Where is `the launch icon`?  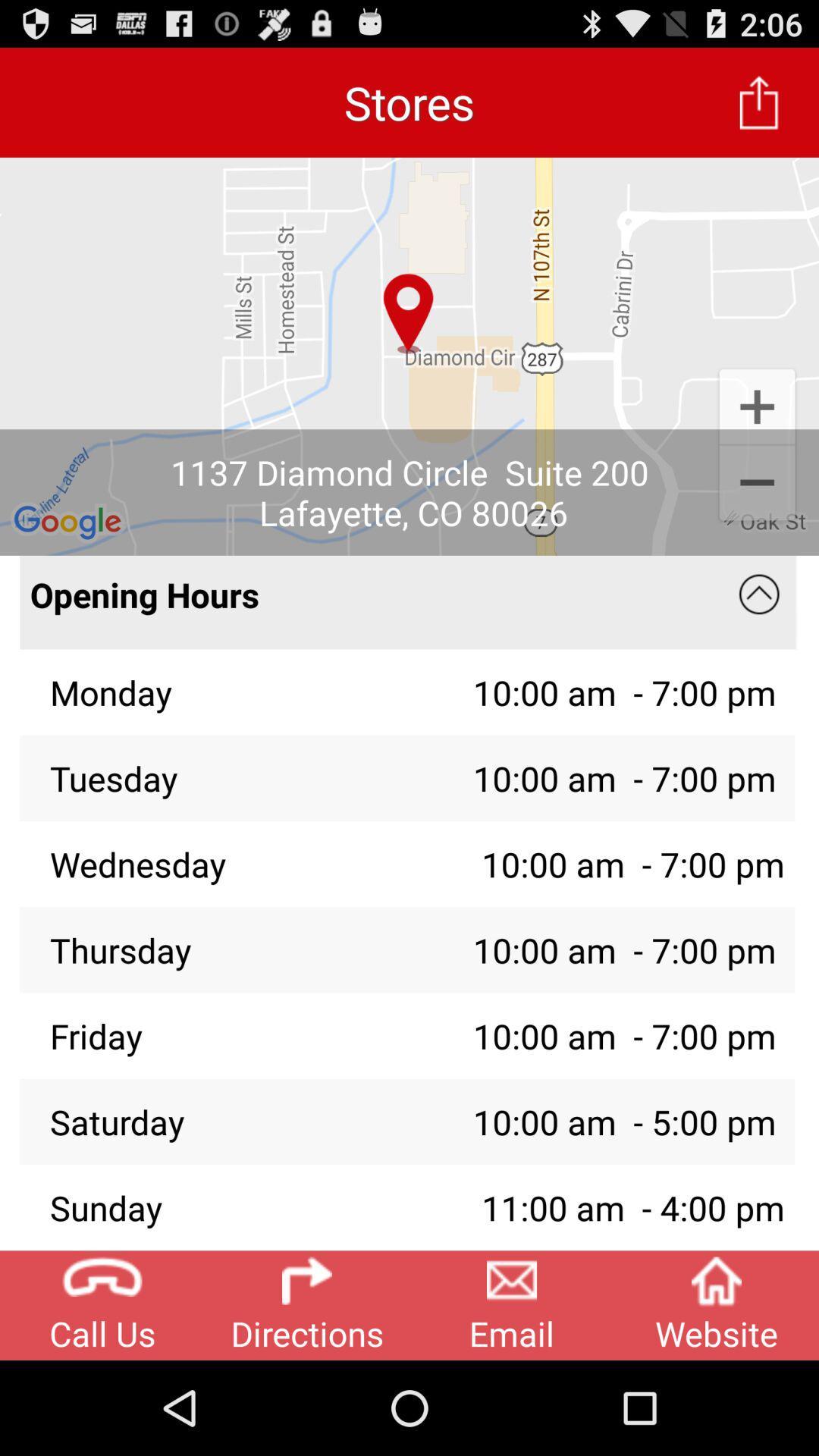
the launch icon is located at coordinates (759, 108).